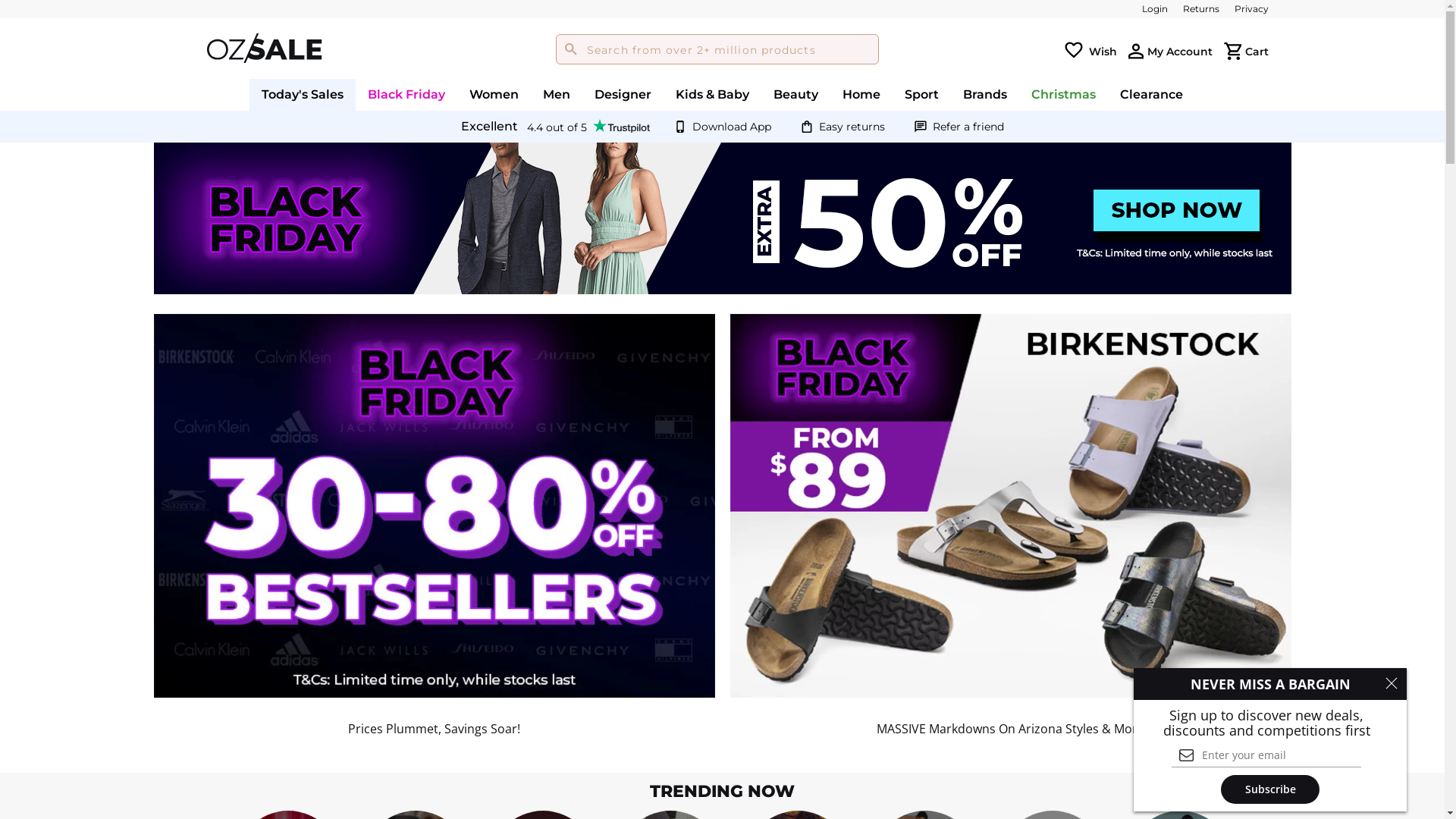 The image size is (1456, 819). What do you see at coordinates (1220, 789) in the screenshot?
I see `'Subscribe'` at bounding box center [1220, 789].